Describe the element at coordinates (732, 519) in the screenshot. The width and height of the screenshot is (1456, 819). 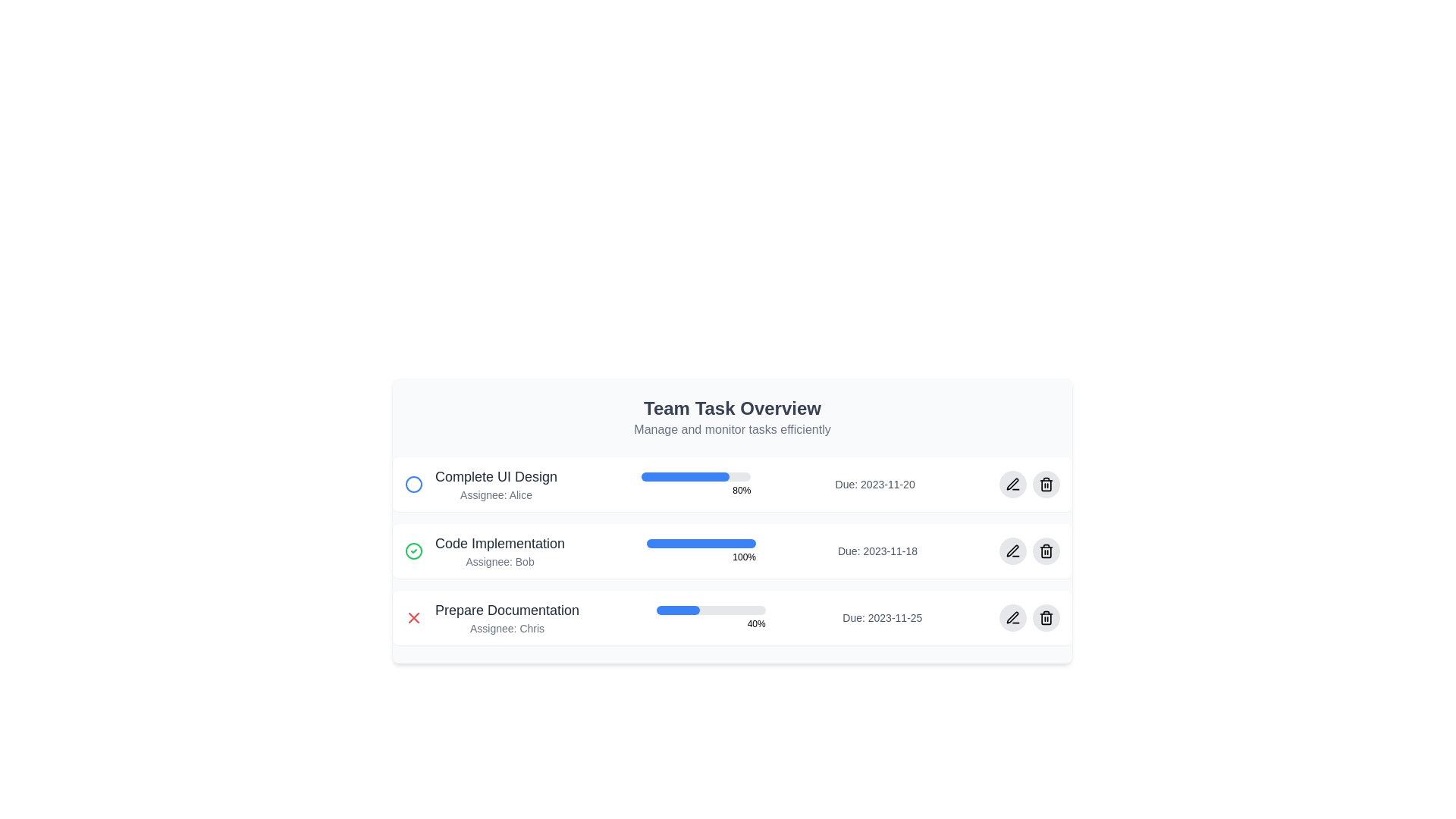
I see `the Dashboard overview box titled 'Team Task Overview', which features a light gray background, rounded corners, and contains task details including progress bars and assignee names` at that location.